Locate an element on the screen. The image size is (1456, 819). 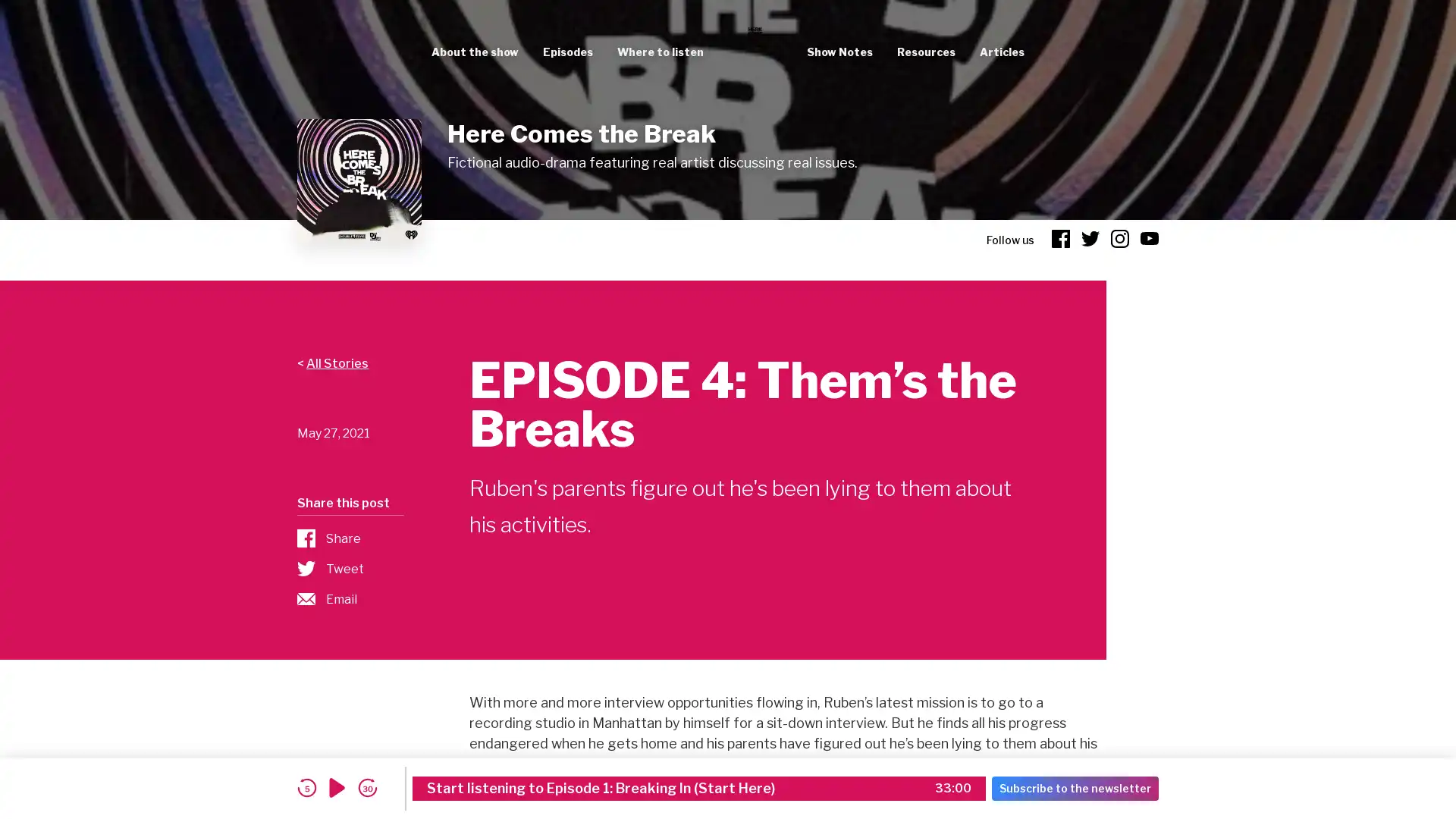
skip back 5 seconds is located at coordinates (306, 787).